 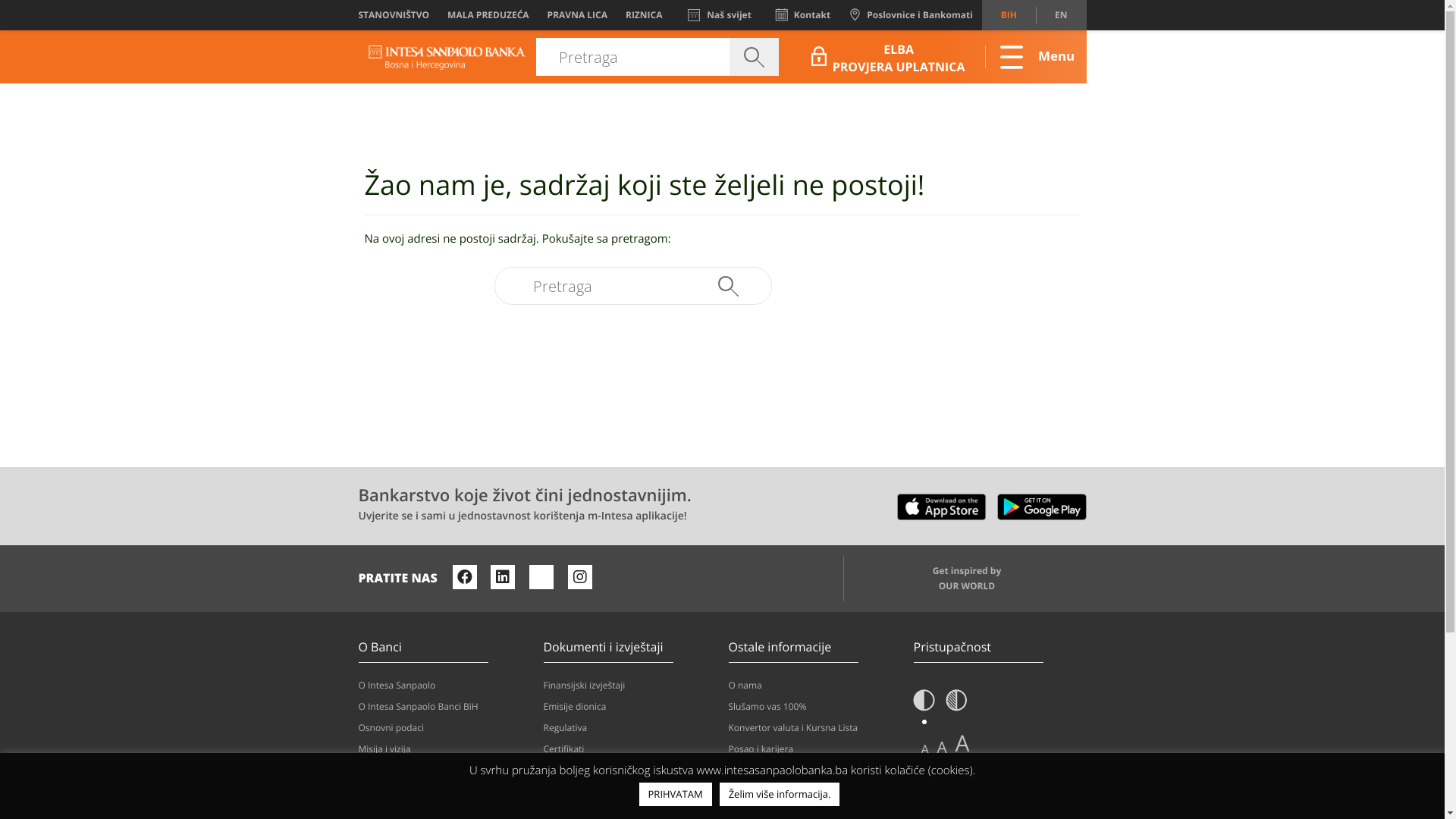 What do you see at coordinates (443, 727) in the screenshot?
I see `'Osnovni podaci'` at bounding box center [443, 727].